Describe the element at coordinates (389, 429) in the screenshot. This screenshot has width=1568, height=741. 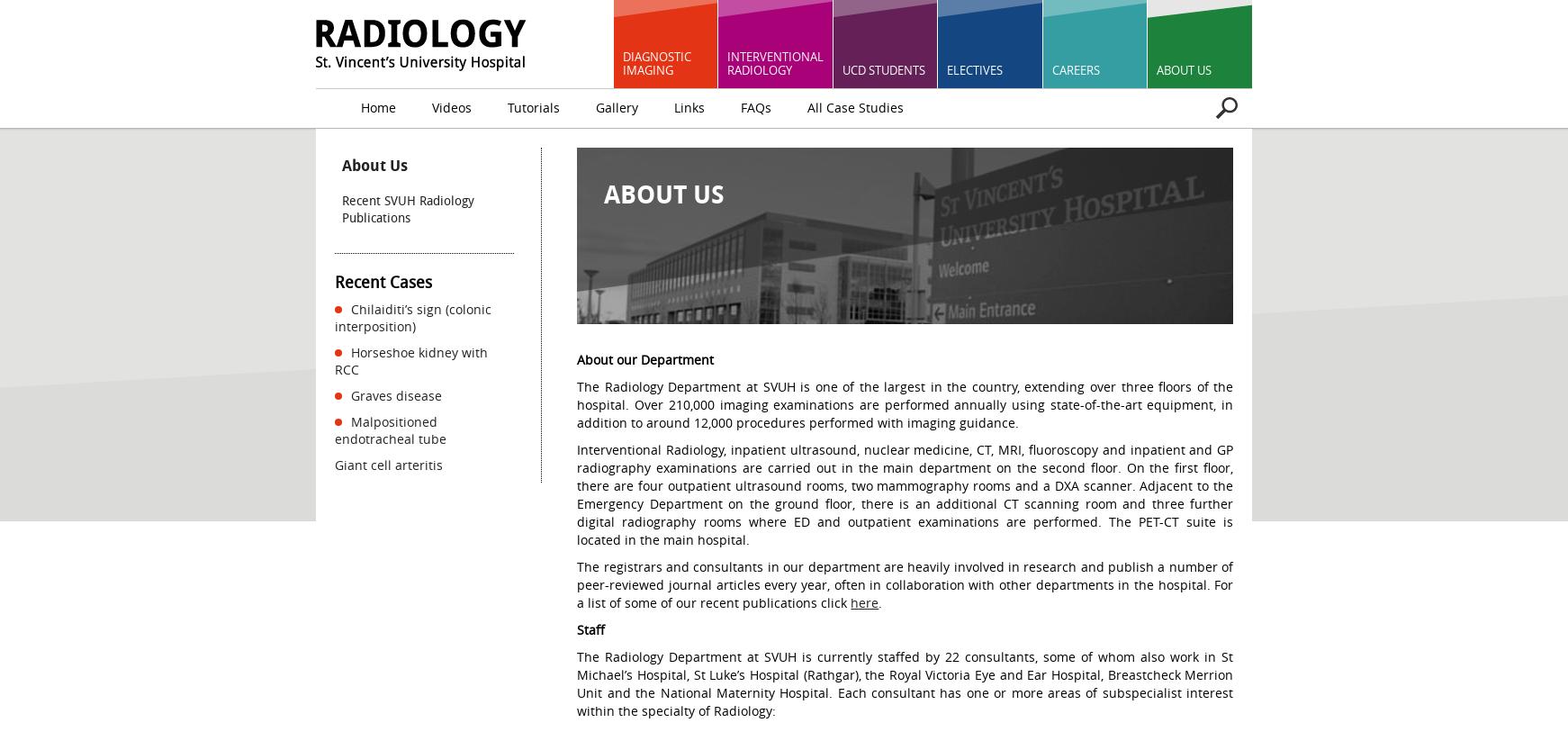
I see `'Malpositioned endotracheal tube'` at that location.